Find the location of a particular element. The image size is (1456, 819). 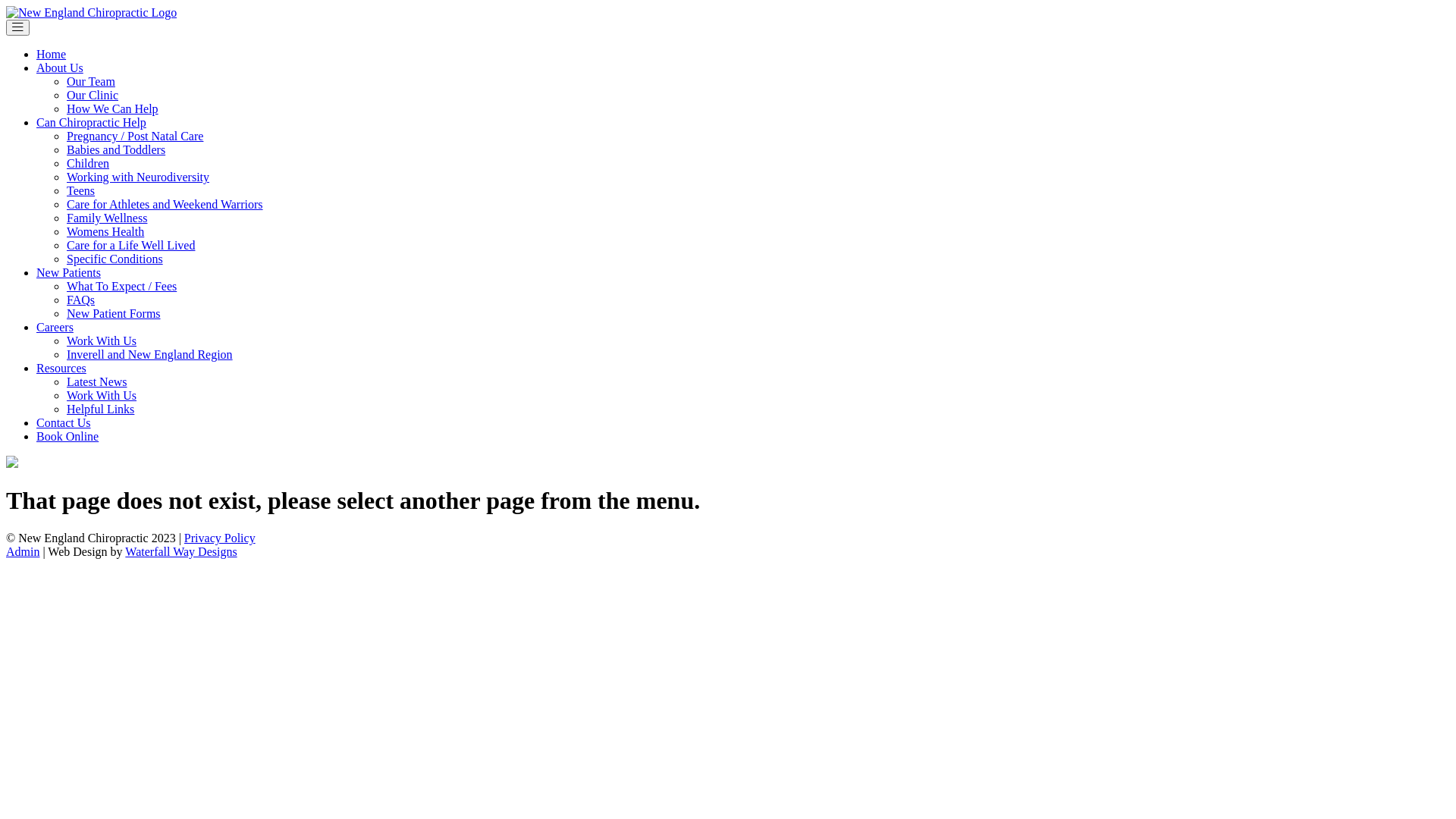

'Pregnancy / Post Natal Care' is located at coordinates (65, 135).